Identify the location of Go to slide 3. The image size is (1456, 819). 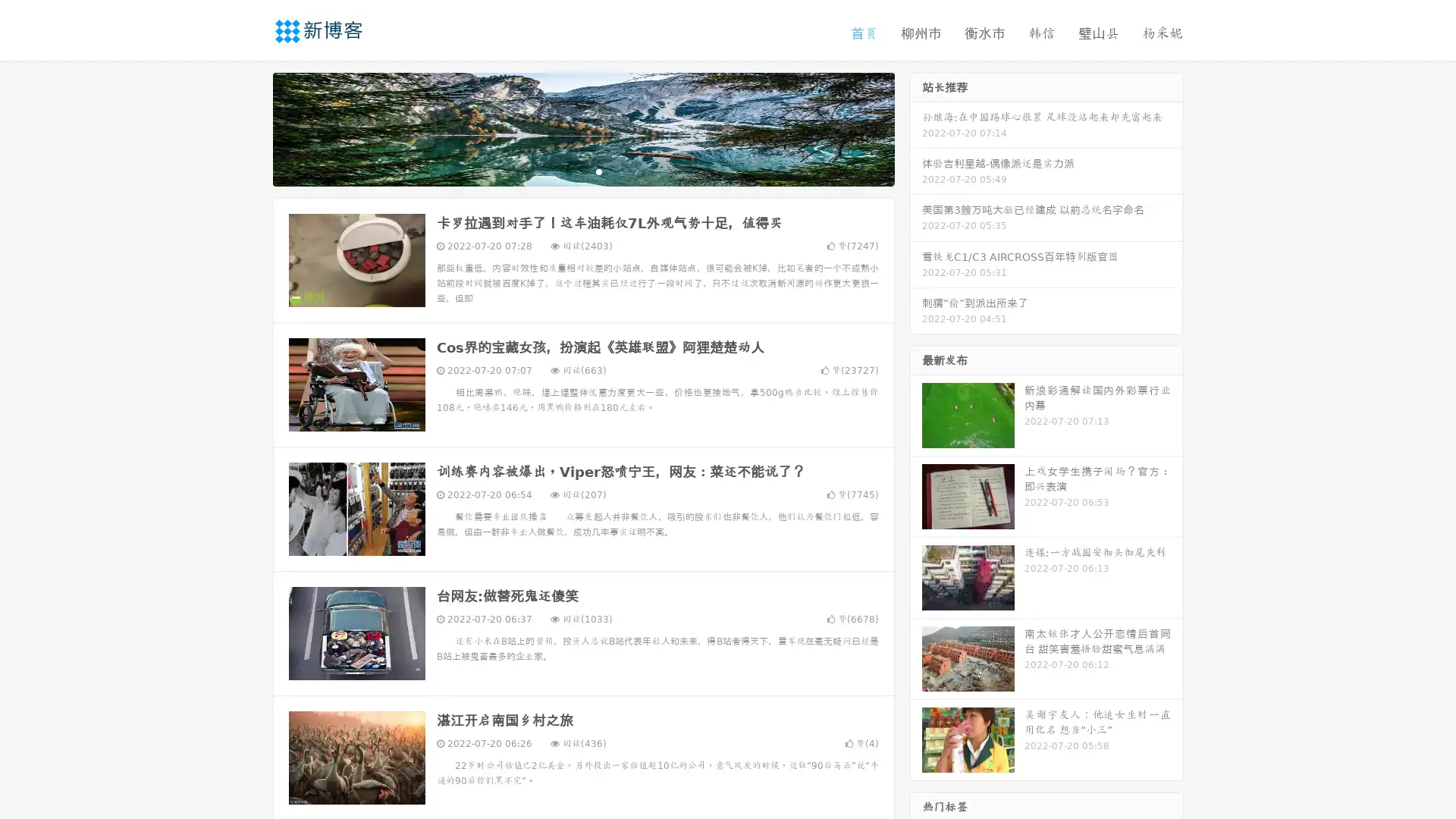
(598, 171).